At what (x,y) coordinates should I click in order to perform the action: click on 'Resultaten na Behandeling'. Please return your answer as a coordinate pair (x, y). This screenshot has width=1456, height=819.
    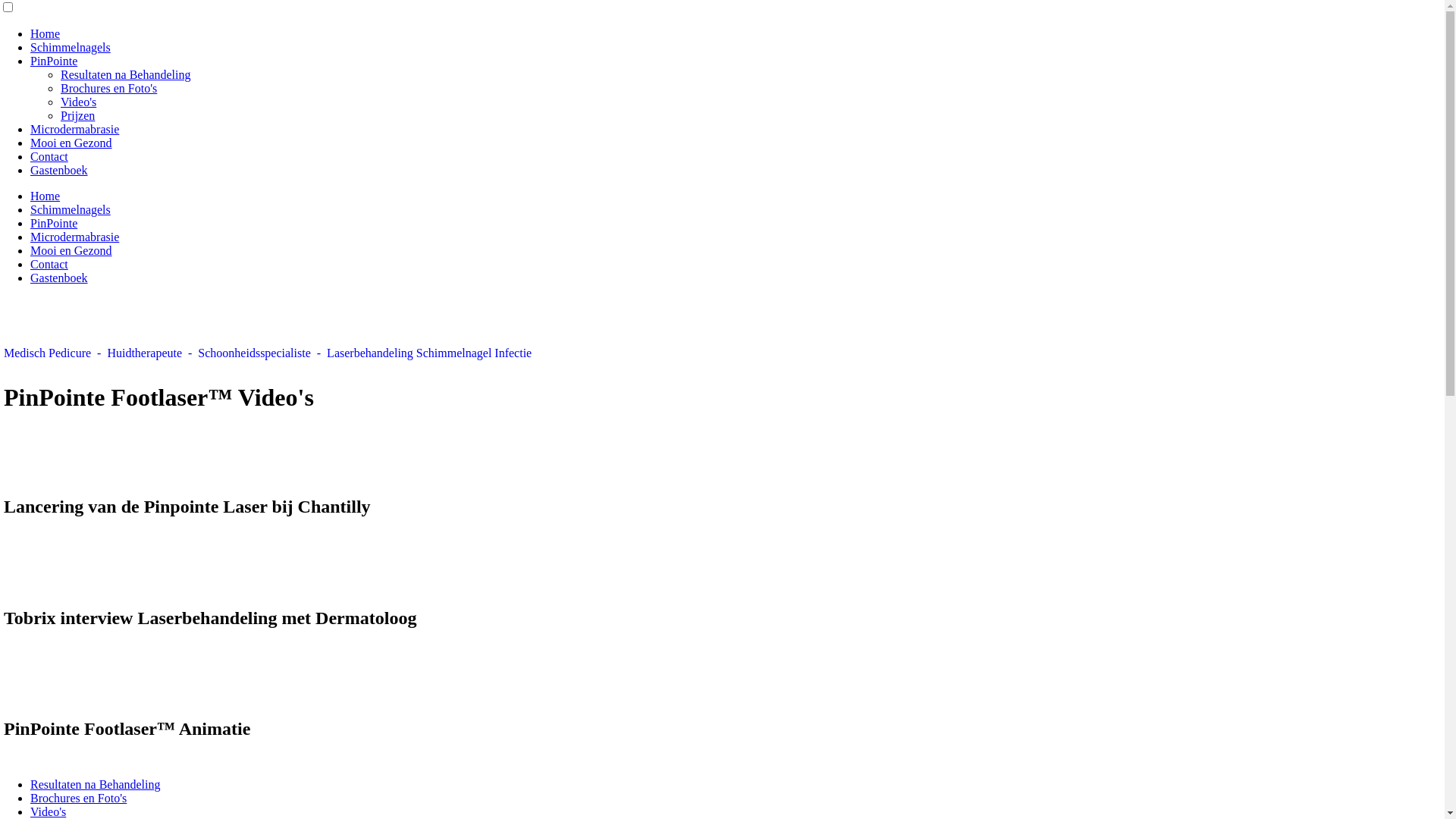
    Looking at the image, I should click on (126, 74).